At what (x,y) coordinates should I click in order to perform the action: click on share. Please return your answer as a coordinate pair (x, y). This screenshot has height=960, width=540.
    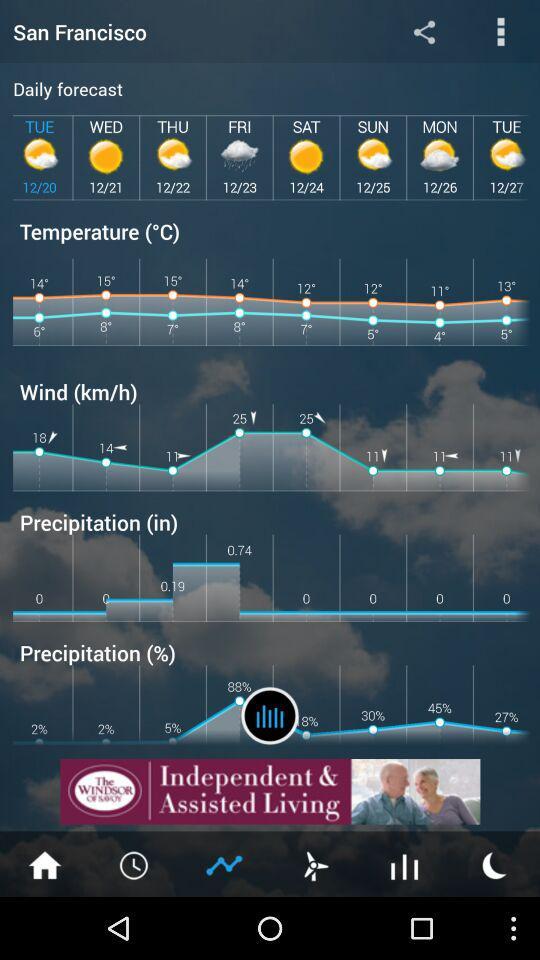
    Looking at the image, I should click on (423, 30).